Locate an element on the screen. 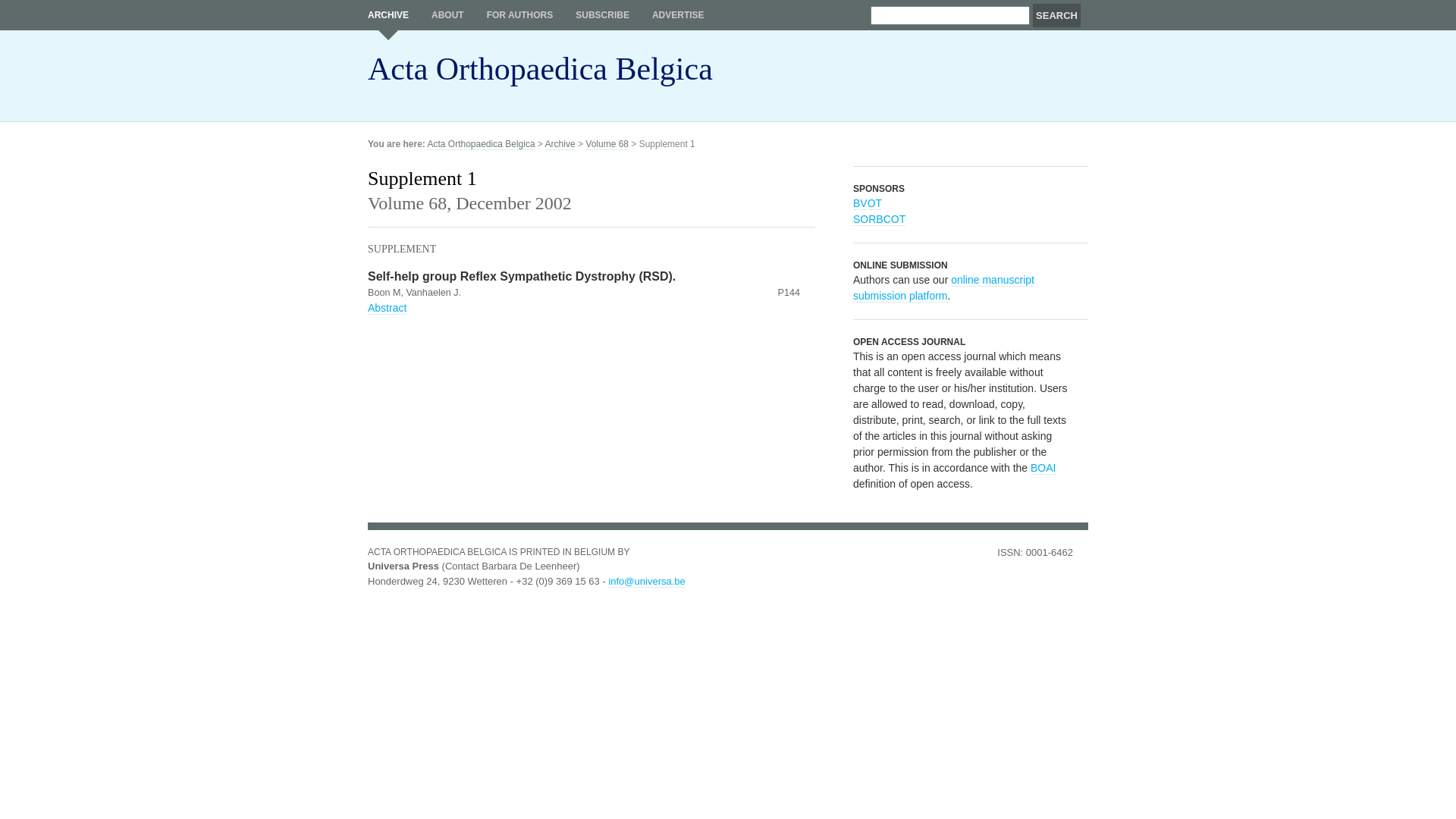  'BVOT' is located at coordinates (867, 202).